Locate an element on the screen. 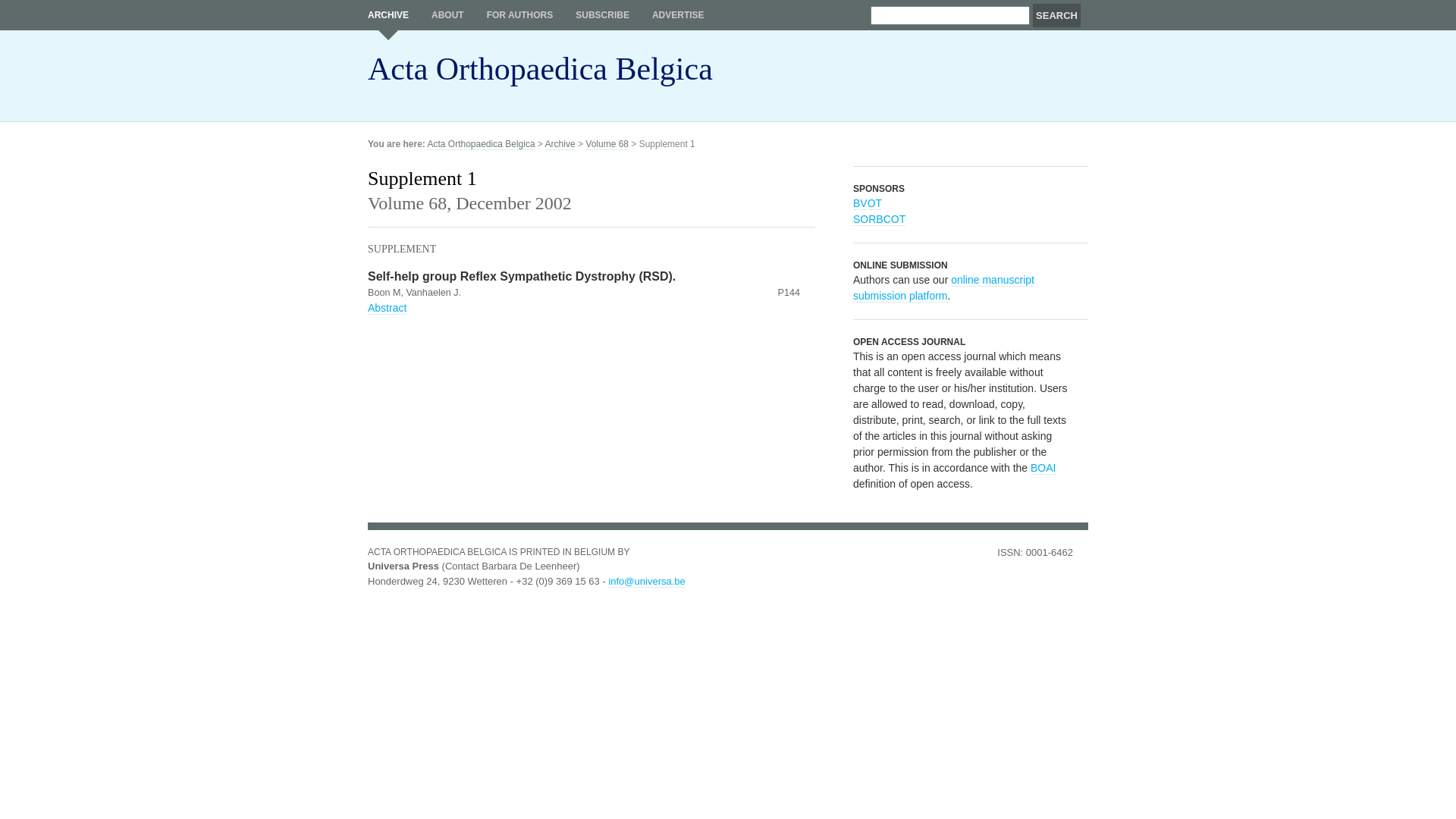  'BVOT' is located at coordinates (867, 202).